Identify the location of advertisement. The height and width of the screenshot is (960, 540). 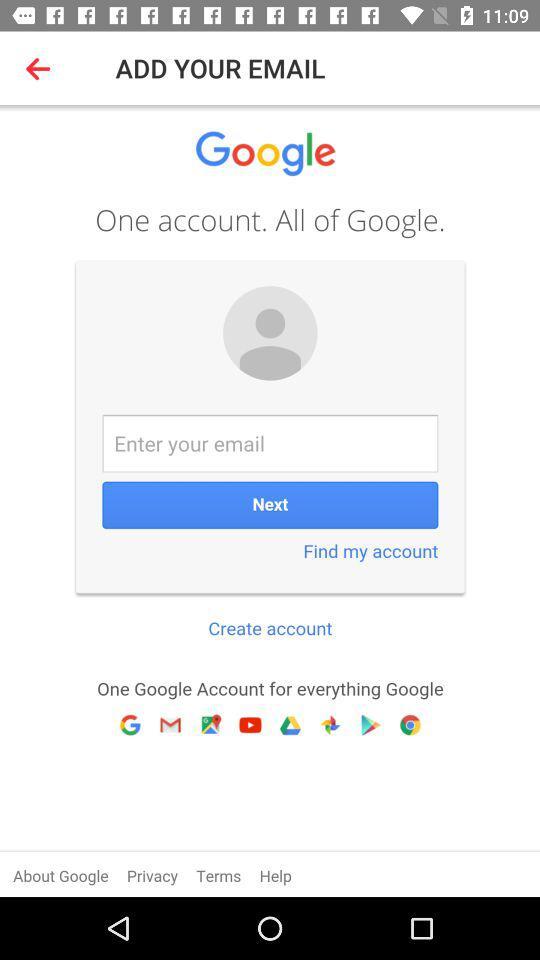
(270, 500).